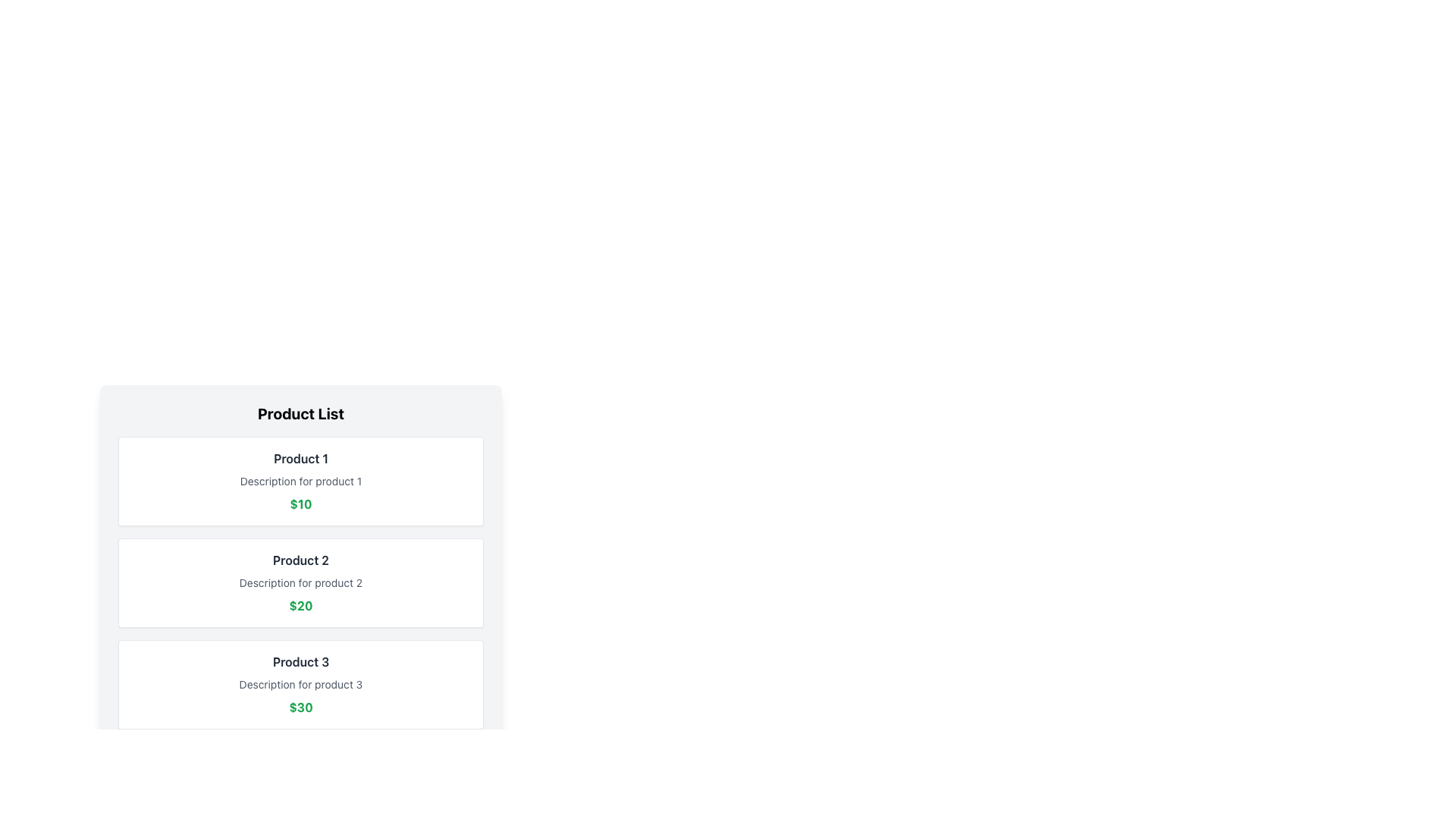 The width and height of the screenshot is (1456, 819). What do you see at coordinates (301, 548) in the screenshot?
I see `product details of the list item displaying 'Product 2', which includes a sub-description and a price of '$20'` at bounding box center [301, 548].